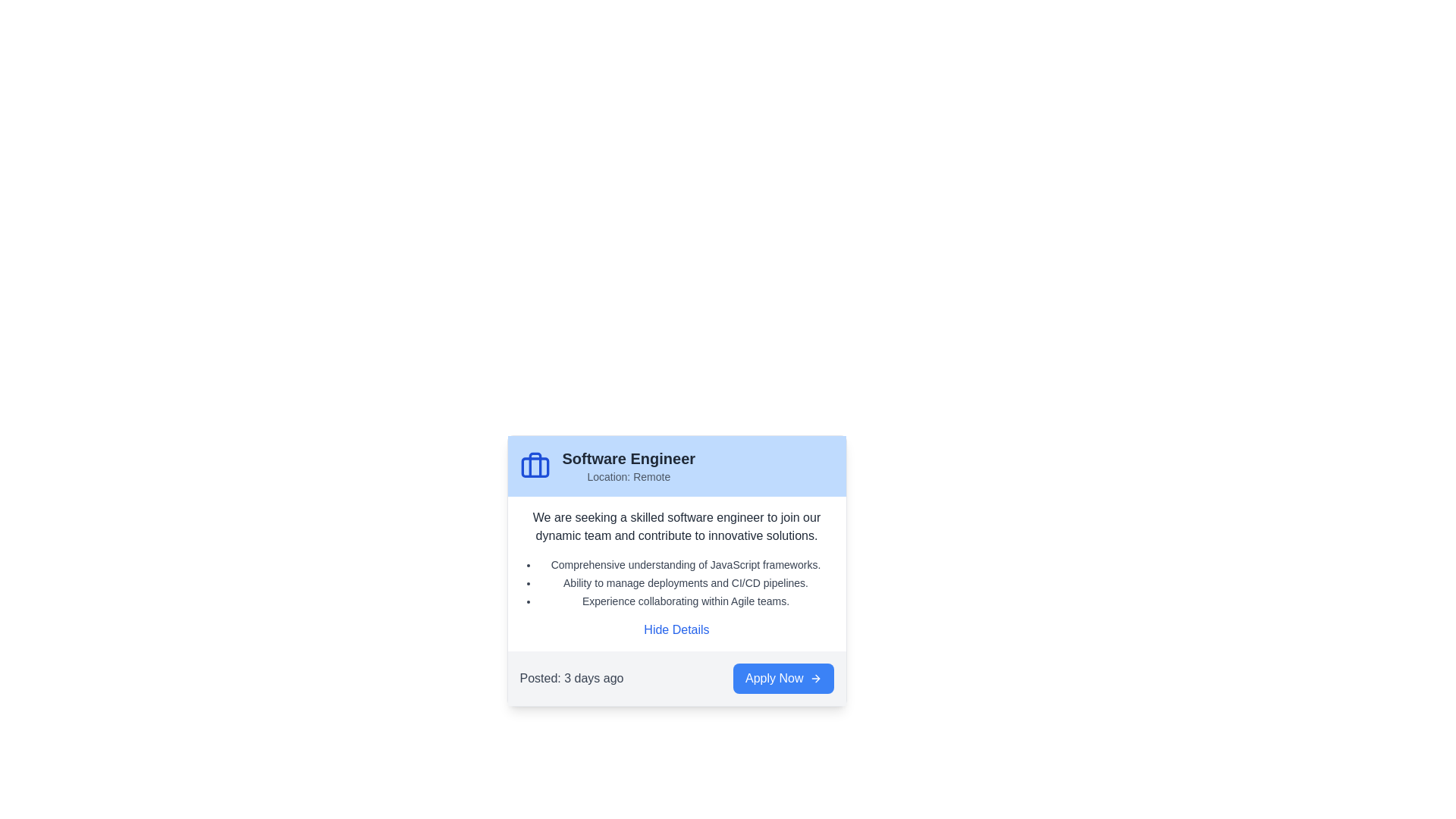  What do you see at coordinates (570, 677) in the screenshot?
I see `temporal information text label indicating that the event occurred three days ago, located at the bottom left corner of the card component, adjacent to the 'Apply Now' button` at bounding box center [570, 677].